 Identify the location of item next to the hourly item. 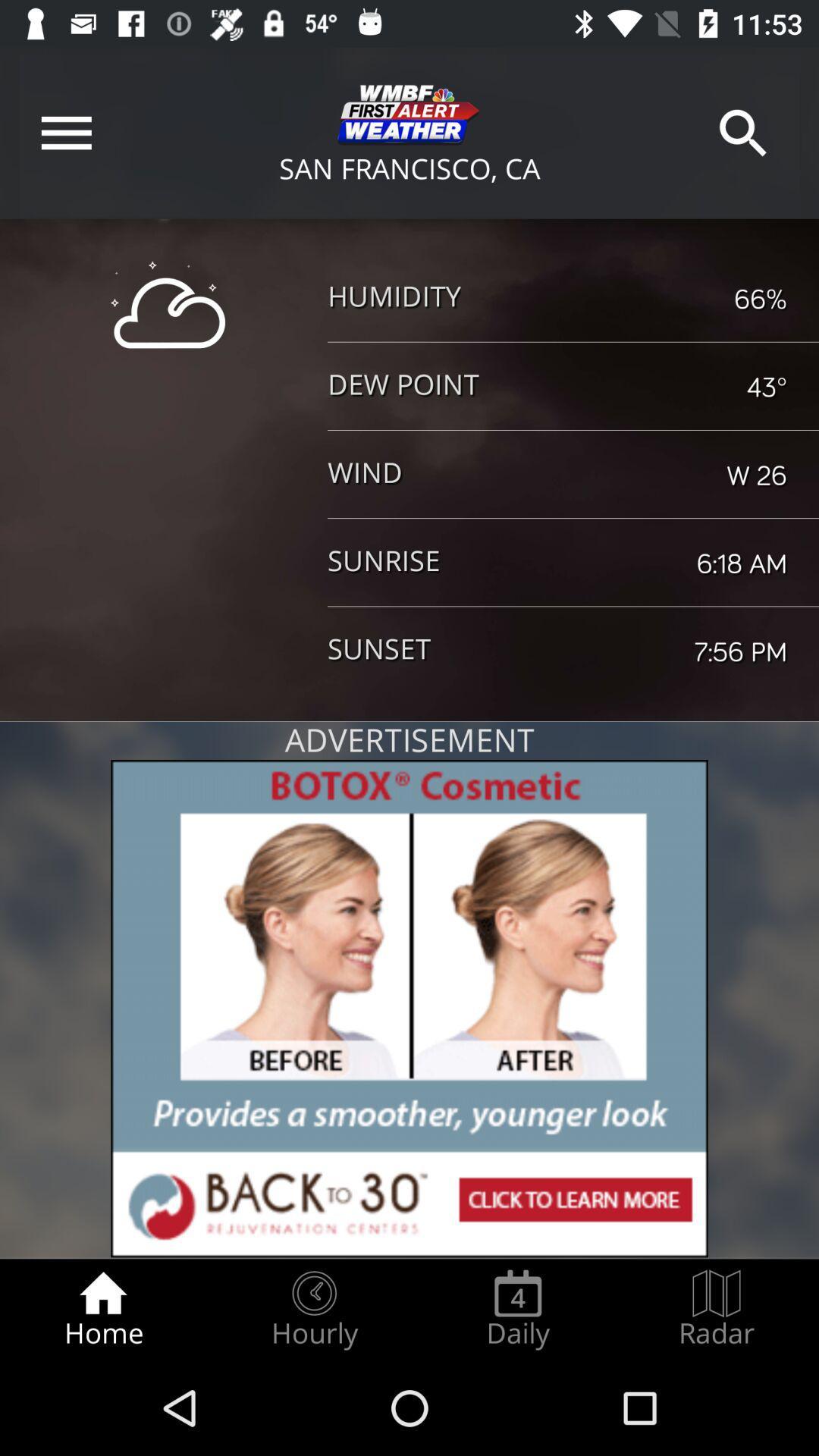
(102, 1309).